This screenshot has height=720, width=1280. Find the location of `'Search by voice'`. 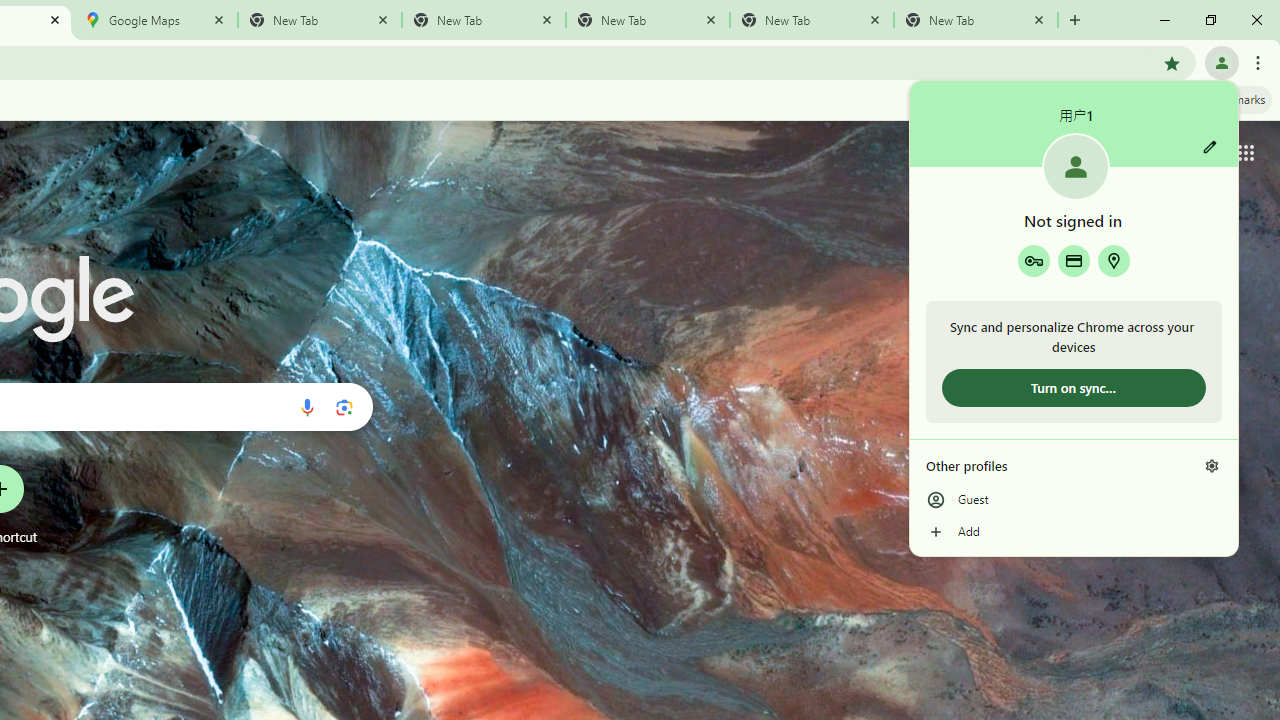

'Search by voice' is located at coordinates (306, 406).